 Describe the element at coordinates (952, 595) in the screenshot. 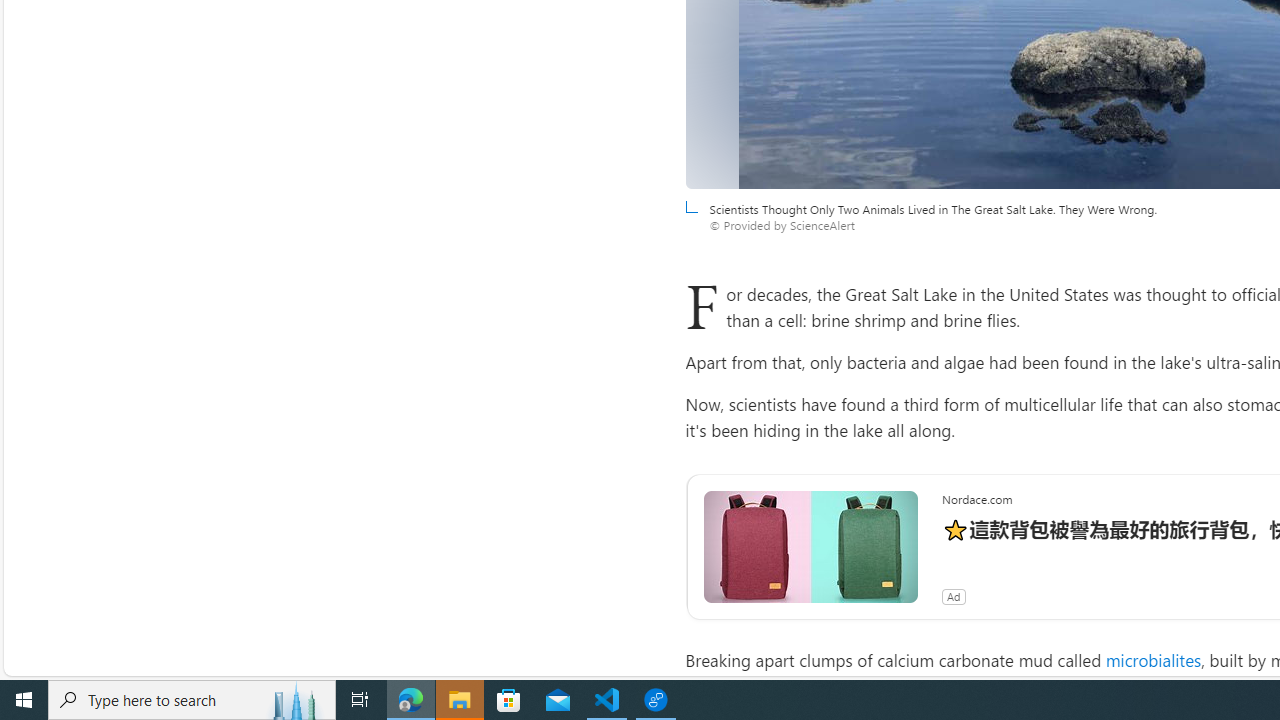

I see `'Ad'` at that location.